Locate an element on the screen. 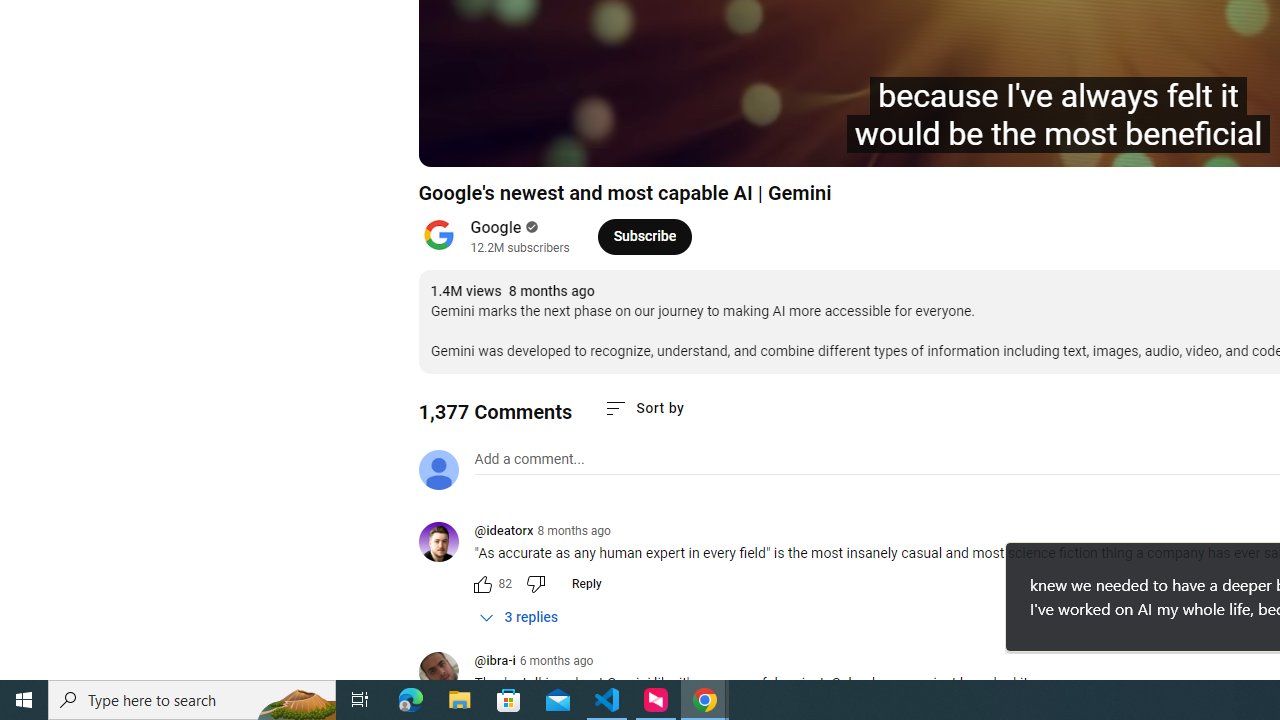 The height and width of the screenshot is (720, 1280). '8 months ago' is located at coordinates (573, 530).